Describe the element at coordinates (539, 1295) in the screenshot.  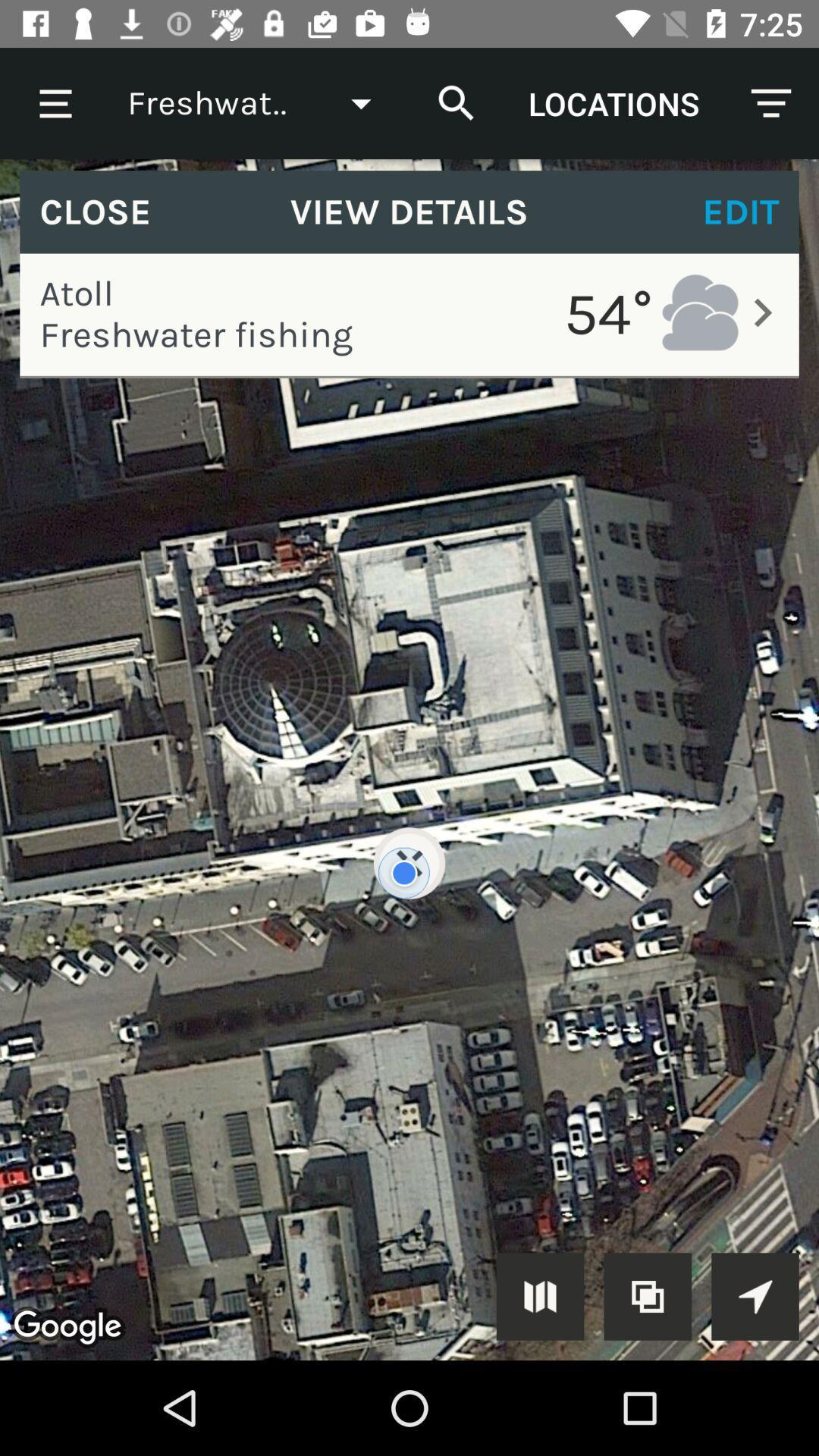
I see `open more screens` at that location.